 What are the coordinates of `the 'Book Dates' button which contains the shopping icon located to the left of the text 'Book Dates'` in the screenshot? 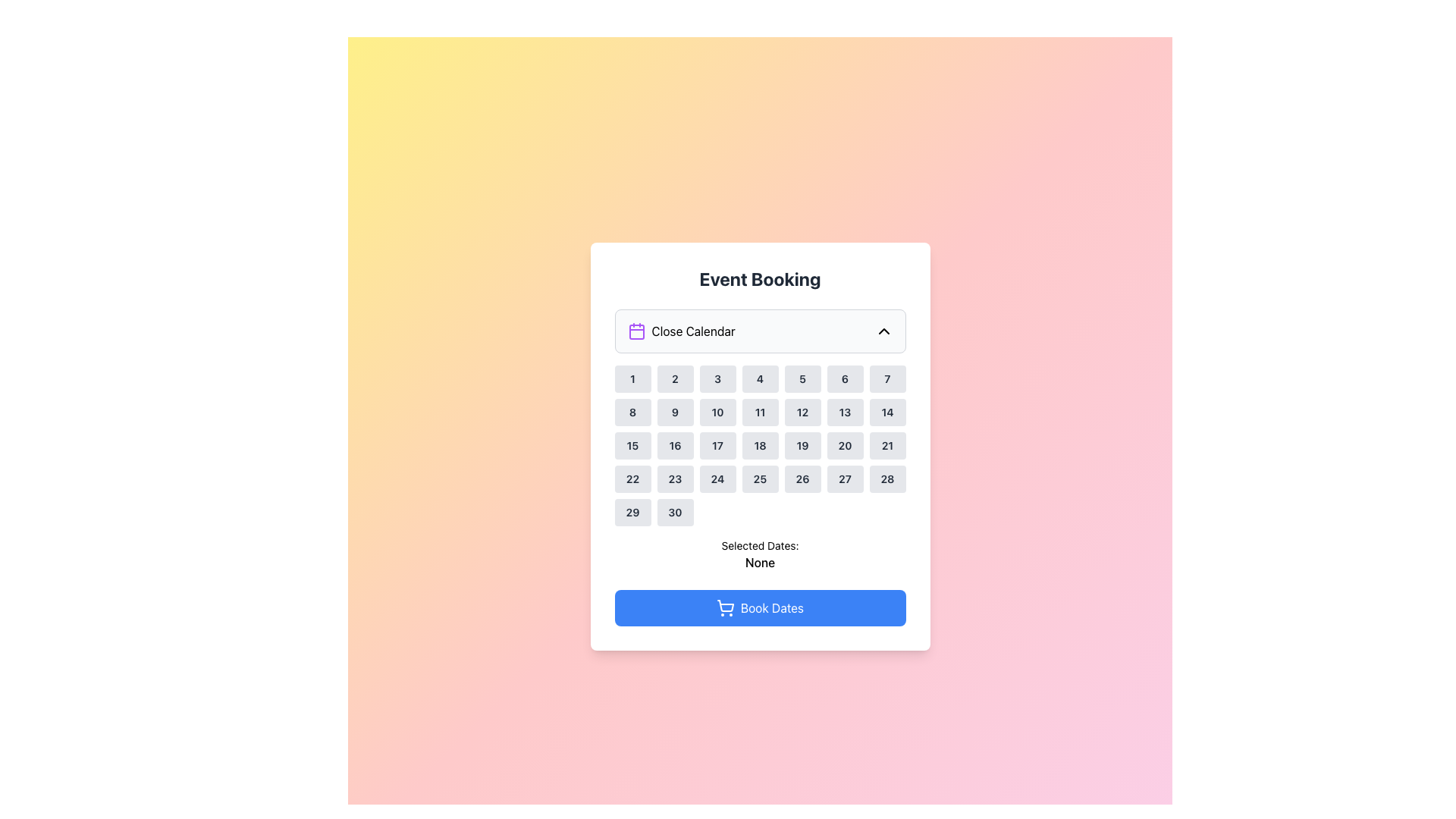 It's located at (724, 607).